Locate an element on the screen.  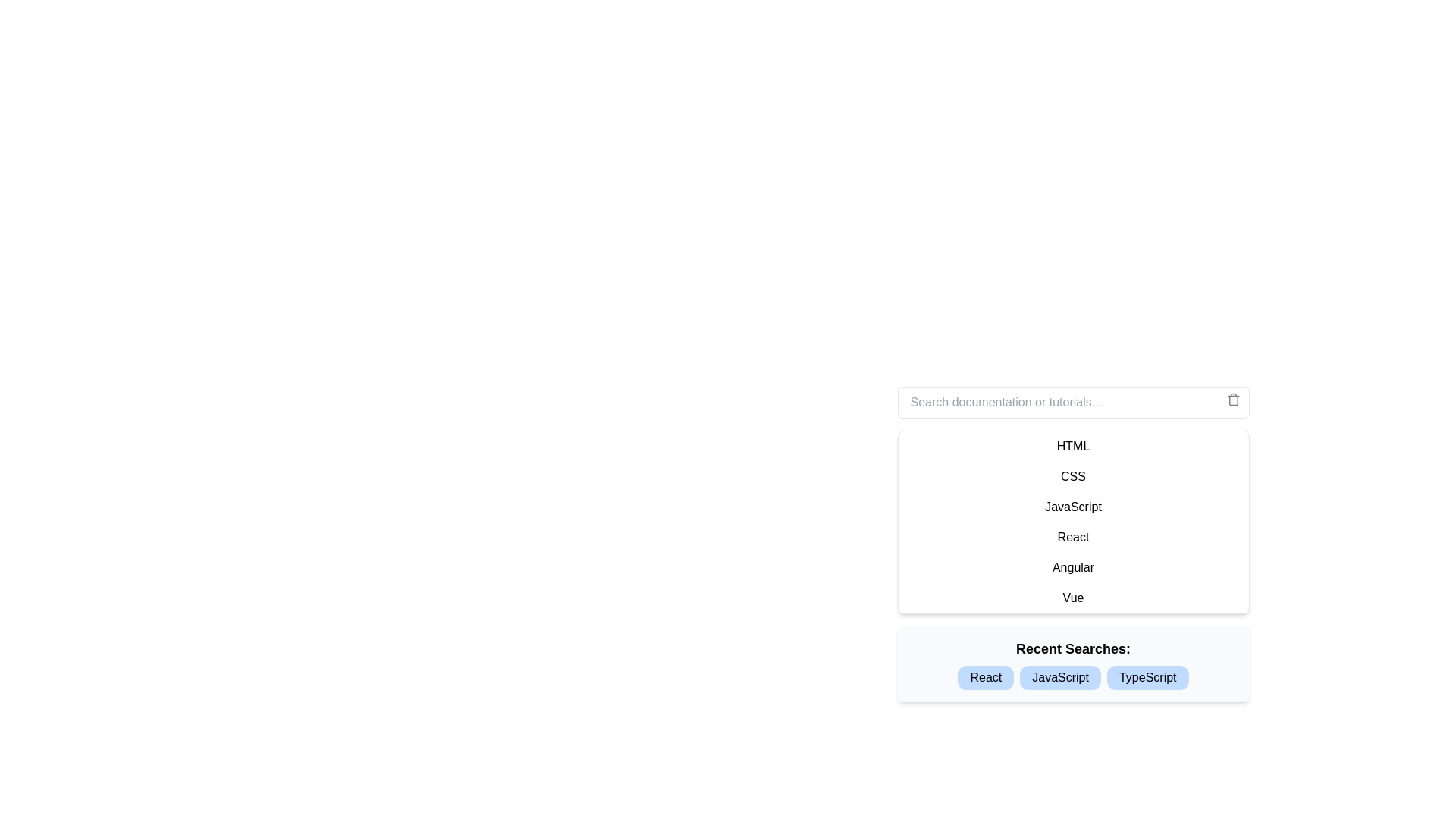
a tag within the 'Recent Searches:' section is located at coordinates (1072, 663).